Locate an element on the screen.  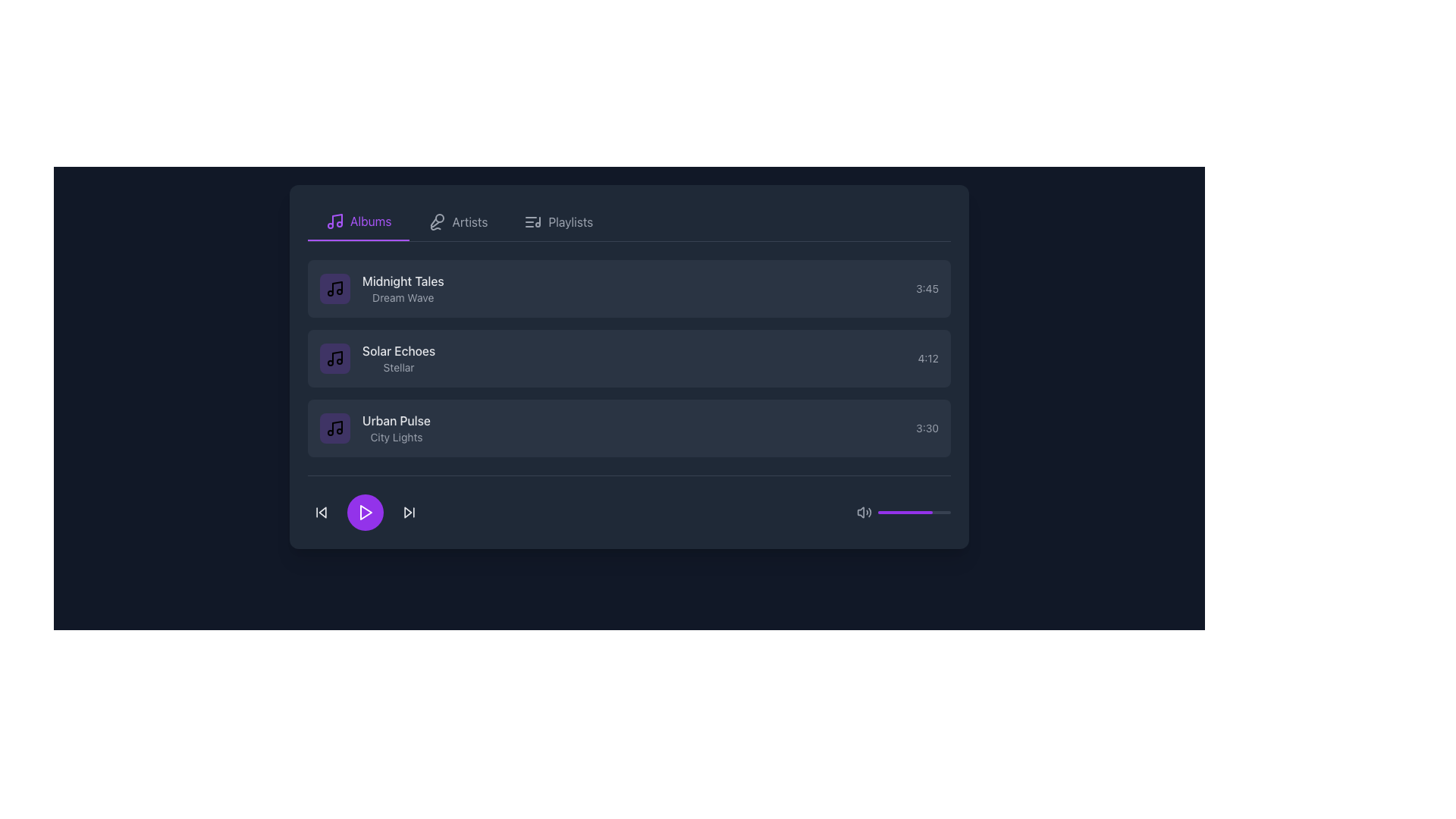
the triangular arrow icon representing the 'skip back' button in the multimedia control bar to skip back to the previous track or start the current track is located at coordinates (322, 512).